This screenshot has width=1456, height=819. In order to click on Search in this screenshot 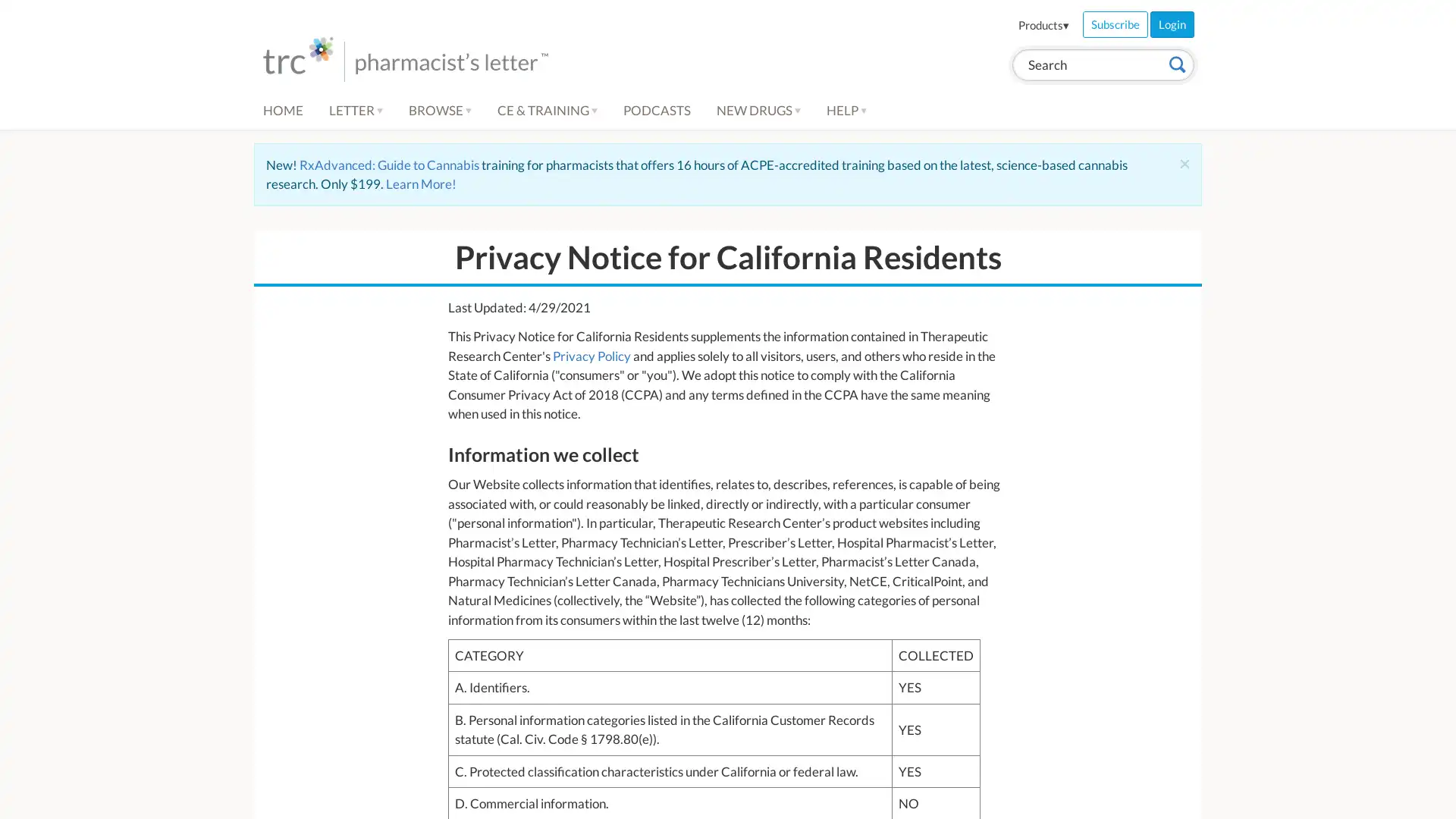, I will do `click(1177, 63)`.